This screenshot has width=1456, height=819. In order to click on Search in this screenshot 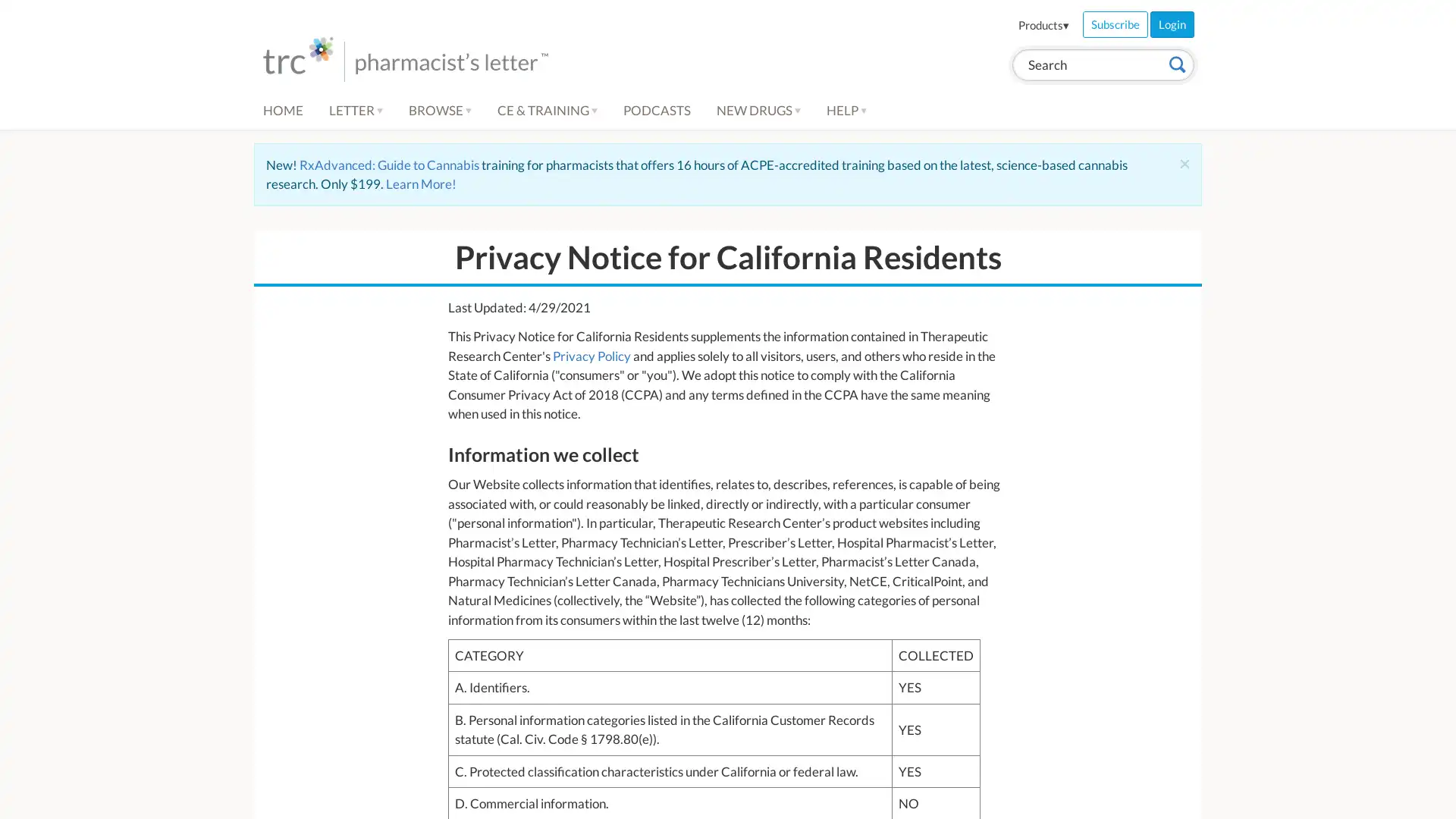, I will do `click(1177, 63)`.